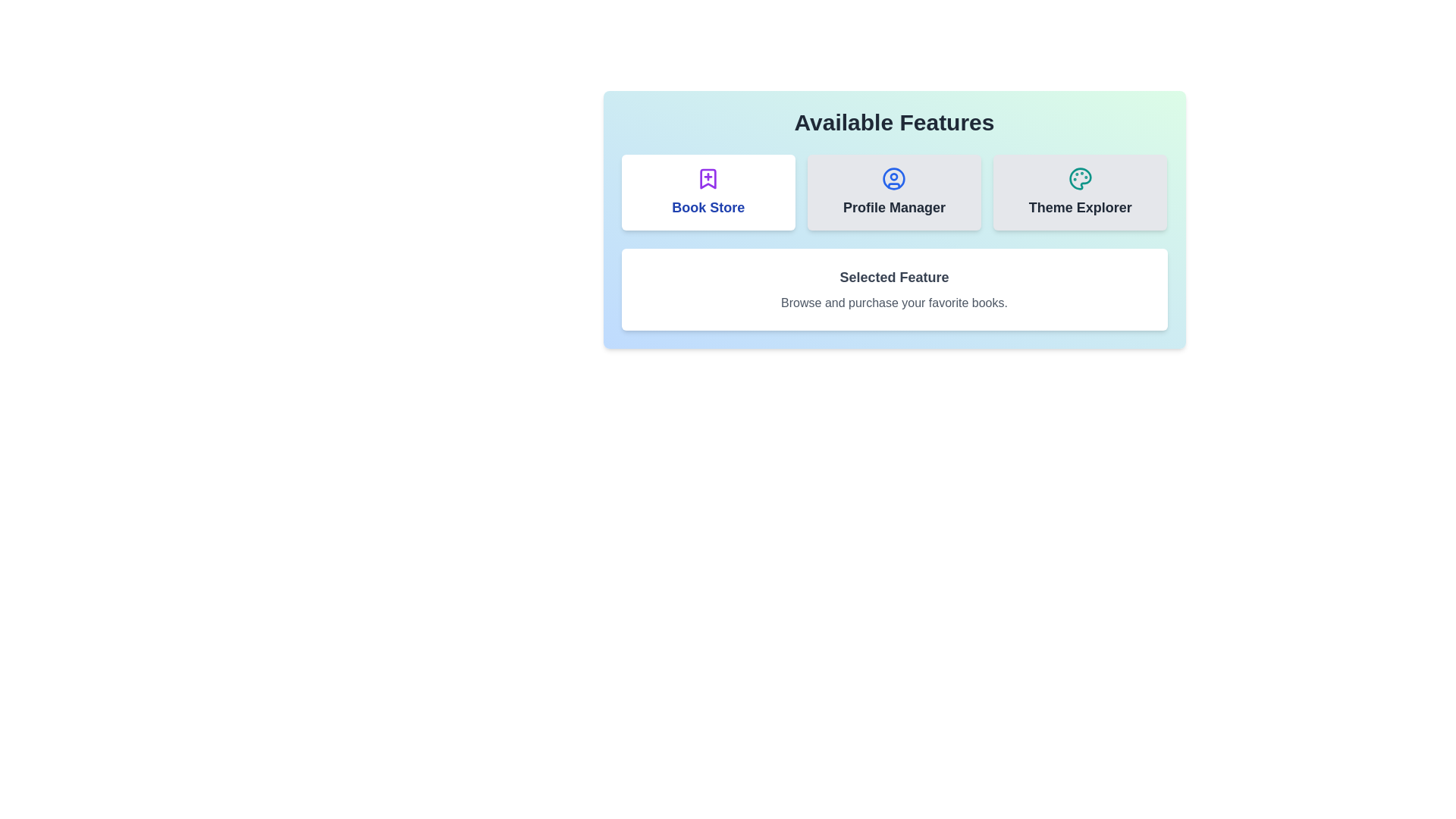 The image size is (1456, 819). I want to click on the text label reading 'Theme Explorer' which is styled in bold and located beneath an icon resembling a palette, positioned within the bottom section of the third card in a horizontal row of feature selectors, so click(1079, 207).